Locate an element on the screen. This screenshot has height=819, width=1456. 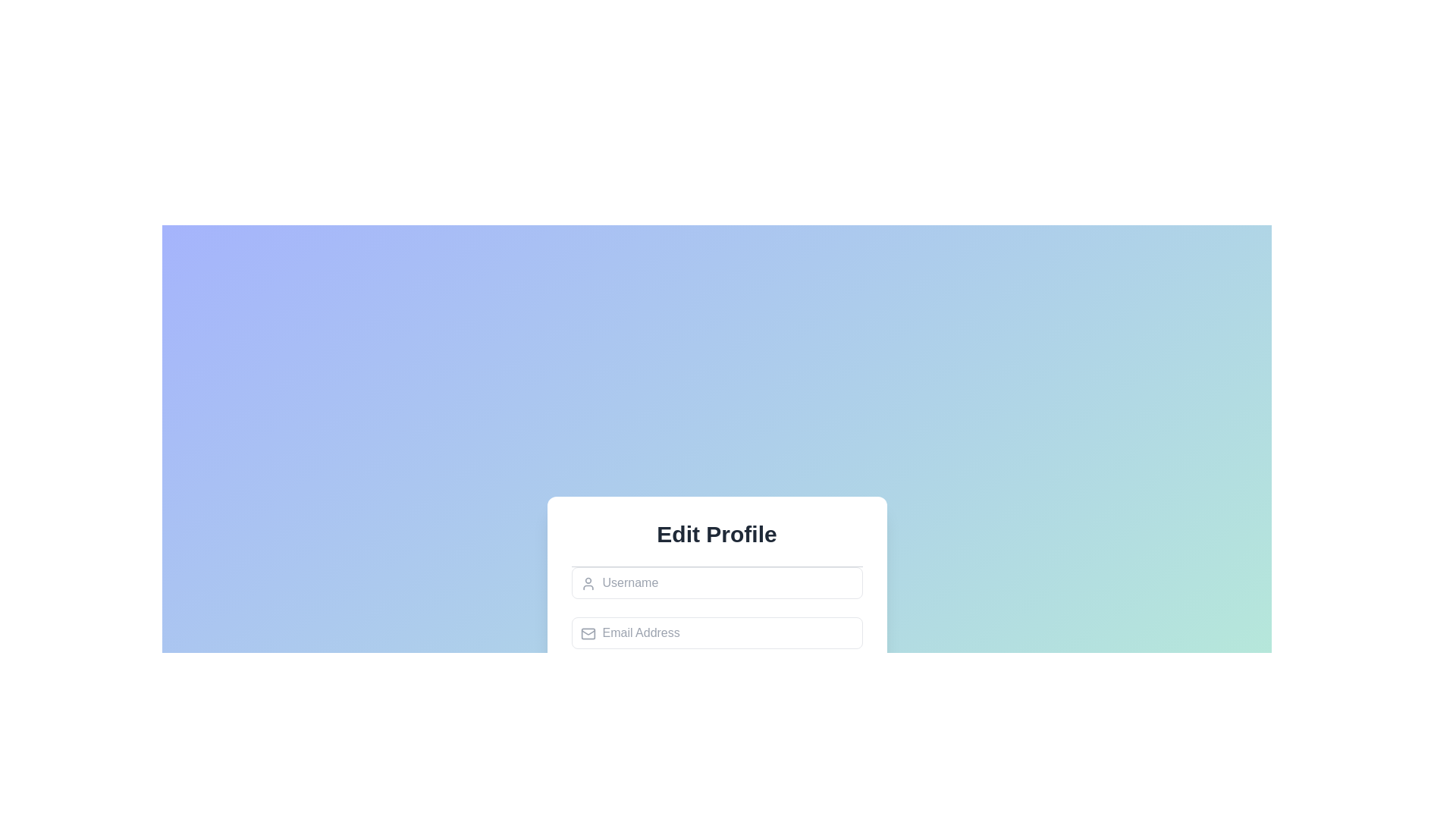
the email address input field located under the 'Username' input in the 'Edit Profile' form to focus into the input is located at coordinates (716, 632).